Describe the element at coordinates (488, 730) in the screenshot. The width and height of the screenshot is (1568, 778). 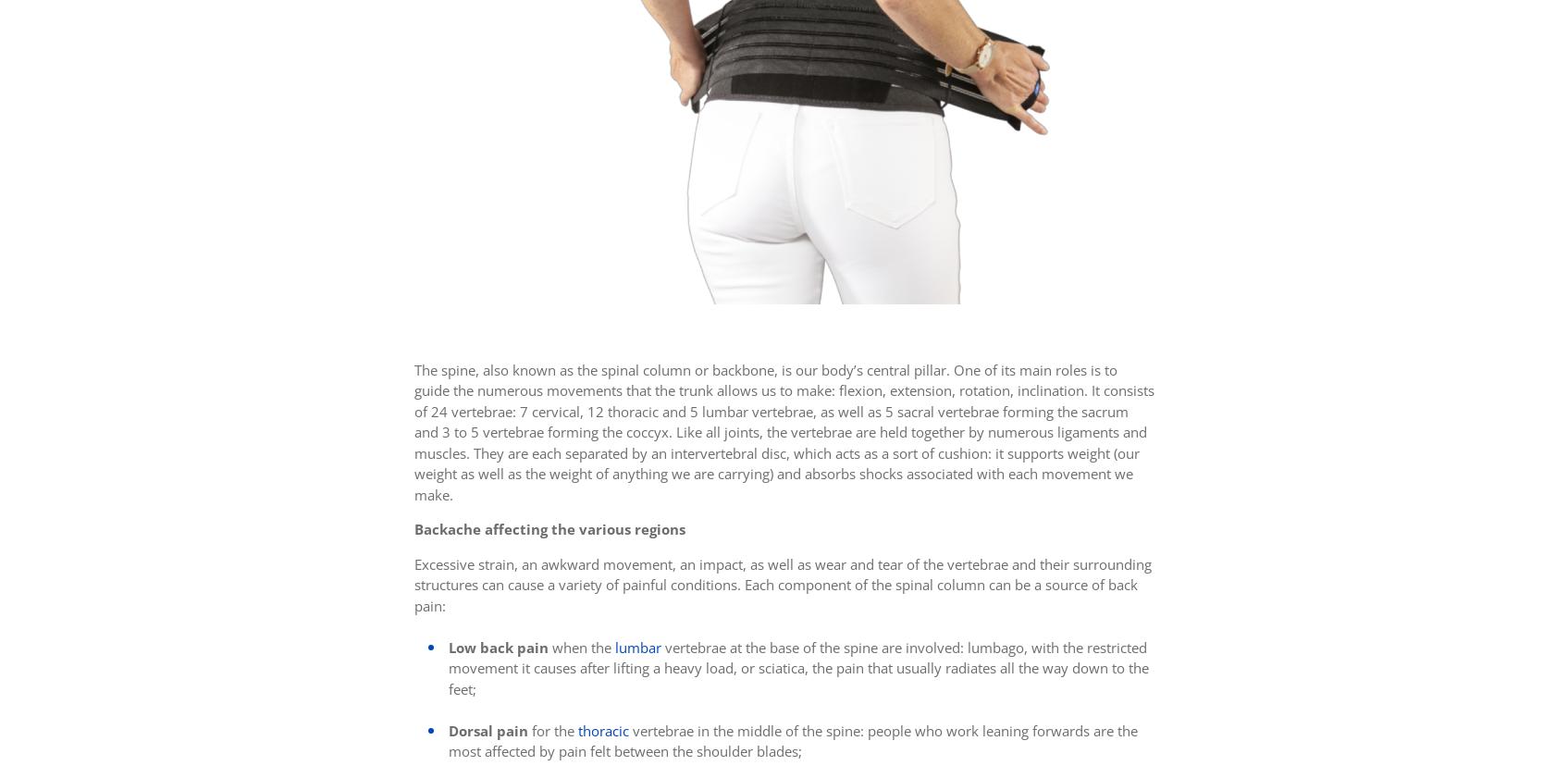
I see `'Dorsal pain'` at that location.